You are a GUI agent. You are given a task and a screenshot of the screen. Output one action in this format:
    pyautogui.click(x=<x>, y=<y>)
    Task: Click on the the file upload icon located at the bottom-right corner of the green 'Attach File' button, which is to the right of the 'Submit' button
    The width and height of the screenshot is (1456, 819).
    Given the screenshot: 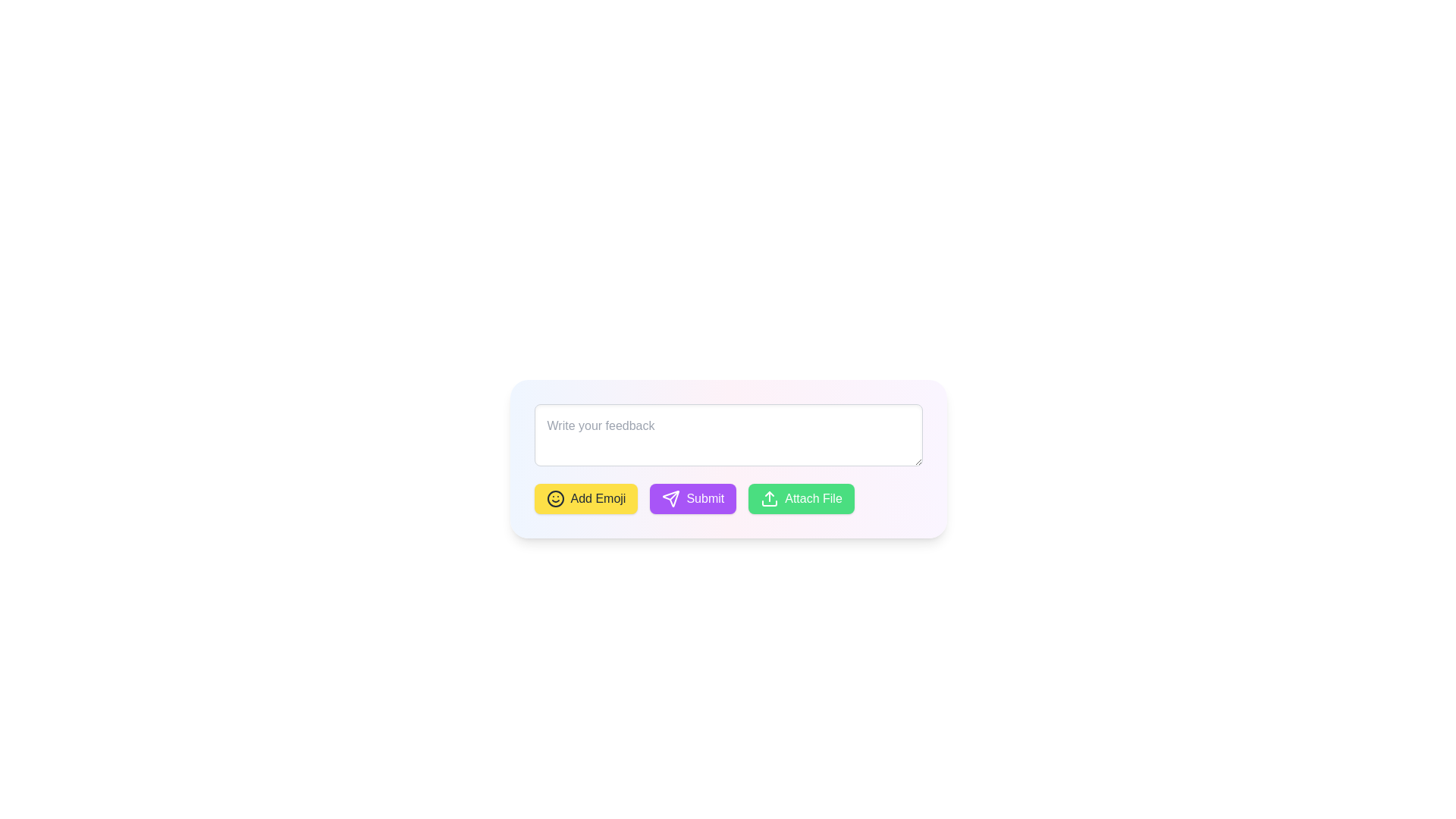 What is the action you would take?
    pyautogui.click(x=770, y=499)
    